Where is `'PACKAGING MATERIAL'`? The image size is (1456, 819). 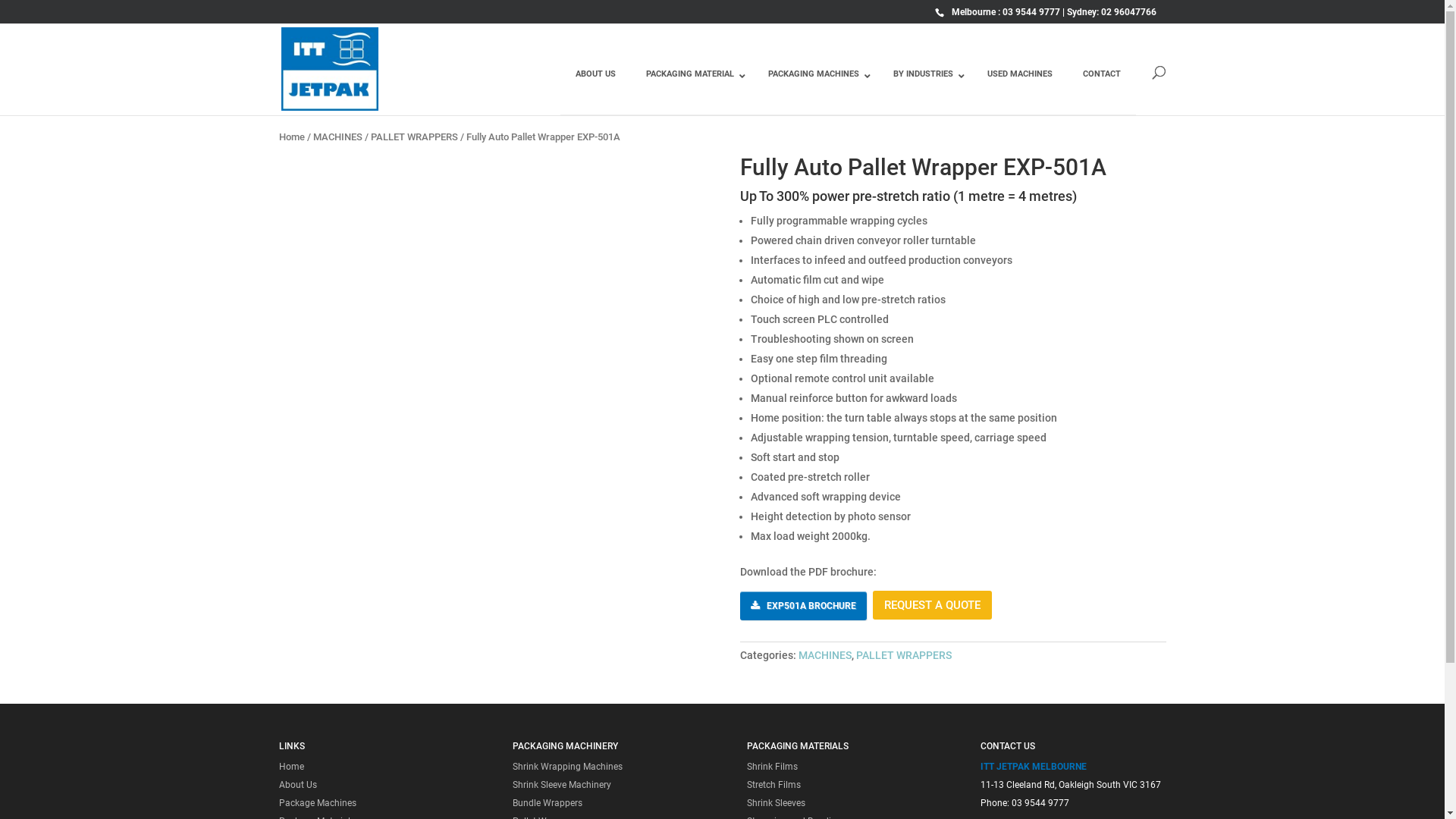
'PACKAGING MATERIAL' is located at coordinates (691, 85).